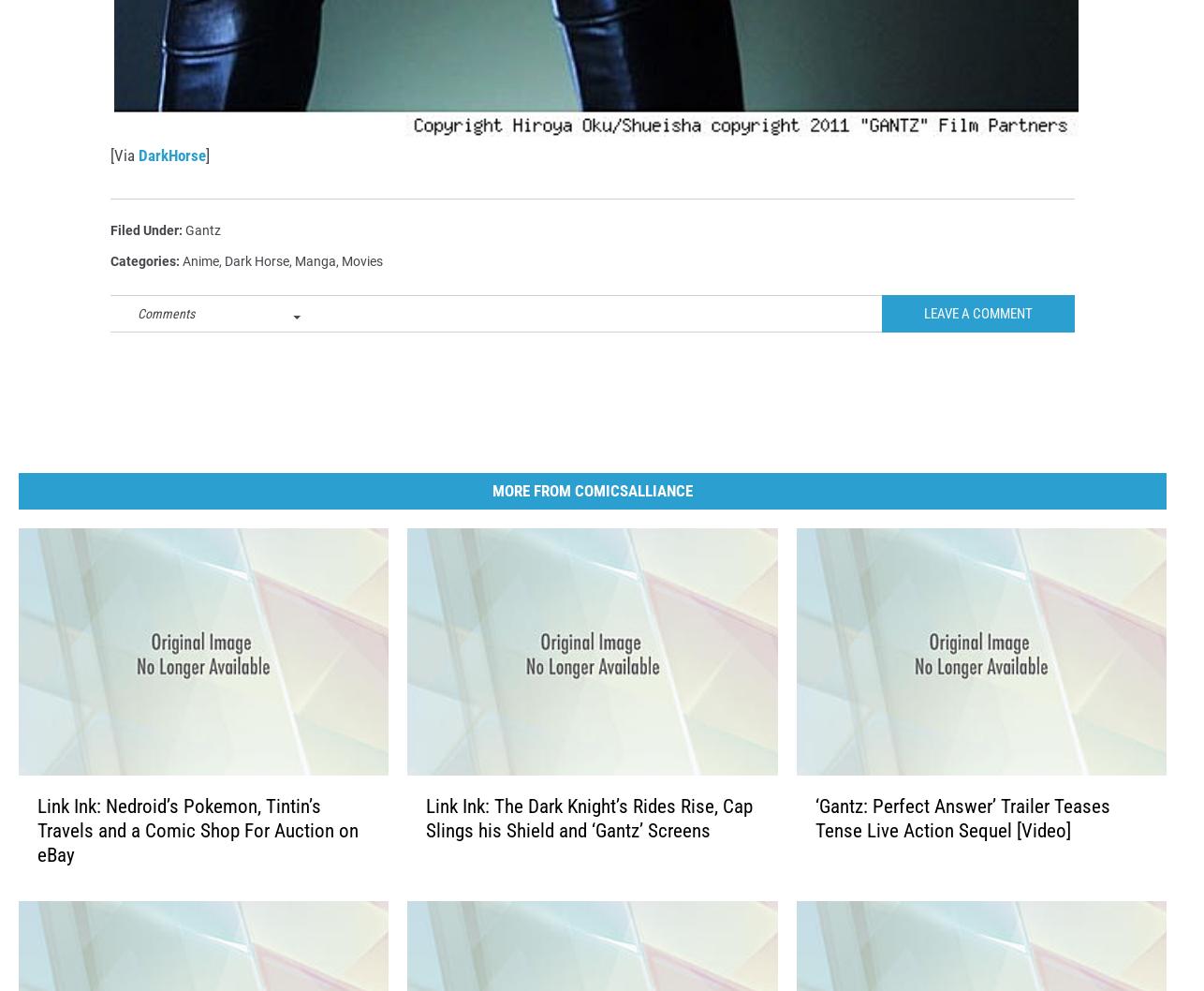 Image resolution: width=1204 pixels, height=991 pixels. I want to click on 'Movies', so click(360, 290).